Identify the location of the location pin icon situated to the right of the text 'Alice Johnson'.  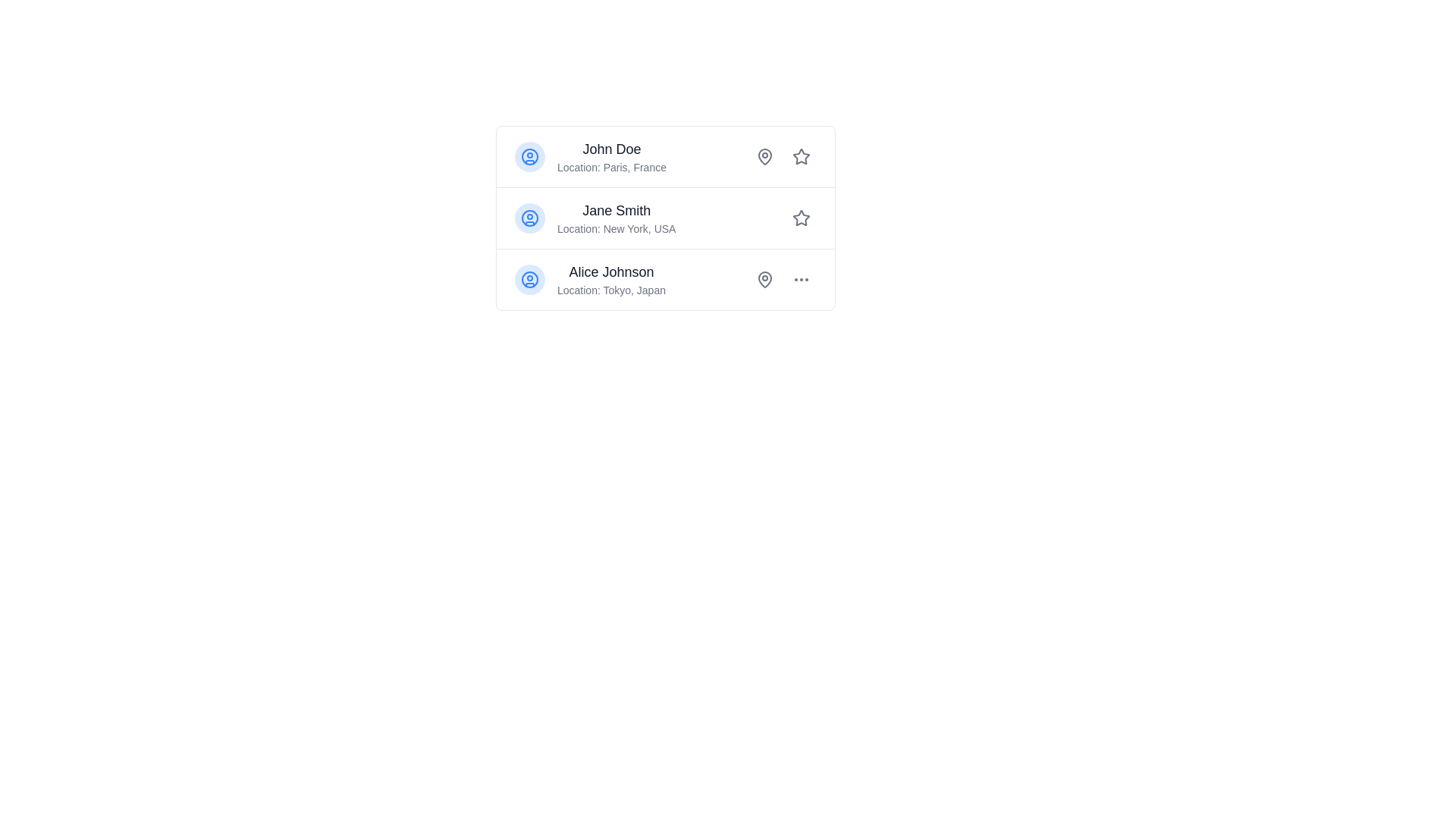
(764, 280).